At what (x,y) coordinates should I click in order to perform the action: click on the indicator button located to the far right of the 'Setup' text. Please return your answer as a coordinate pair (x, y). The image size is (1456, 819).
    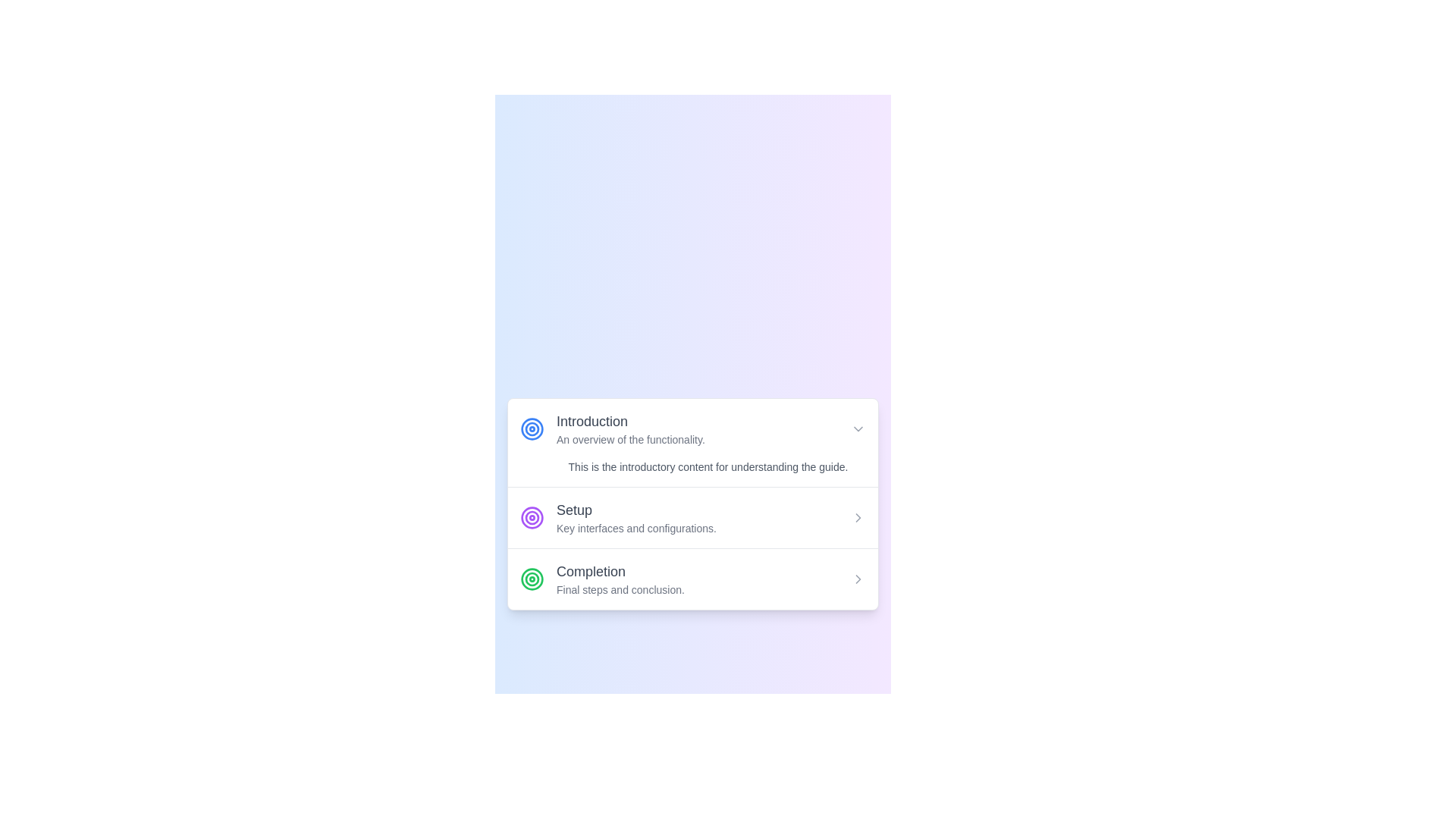
    Looking at the image, I should click on (858, 516).